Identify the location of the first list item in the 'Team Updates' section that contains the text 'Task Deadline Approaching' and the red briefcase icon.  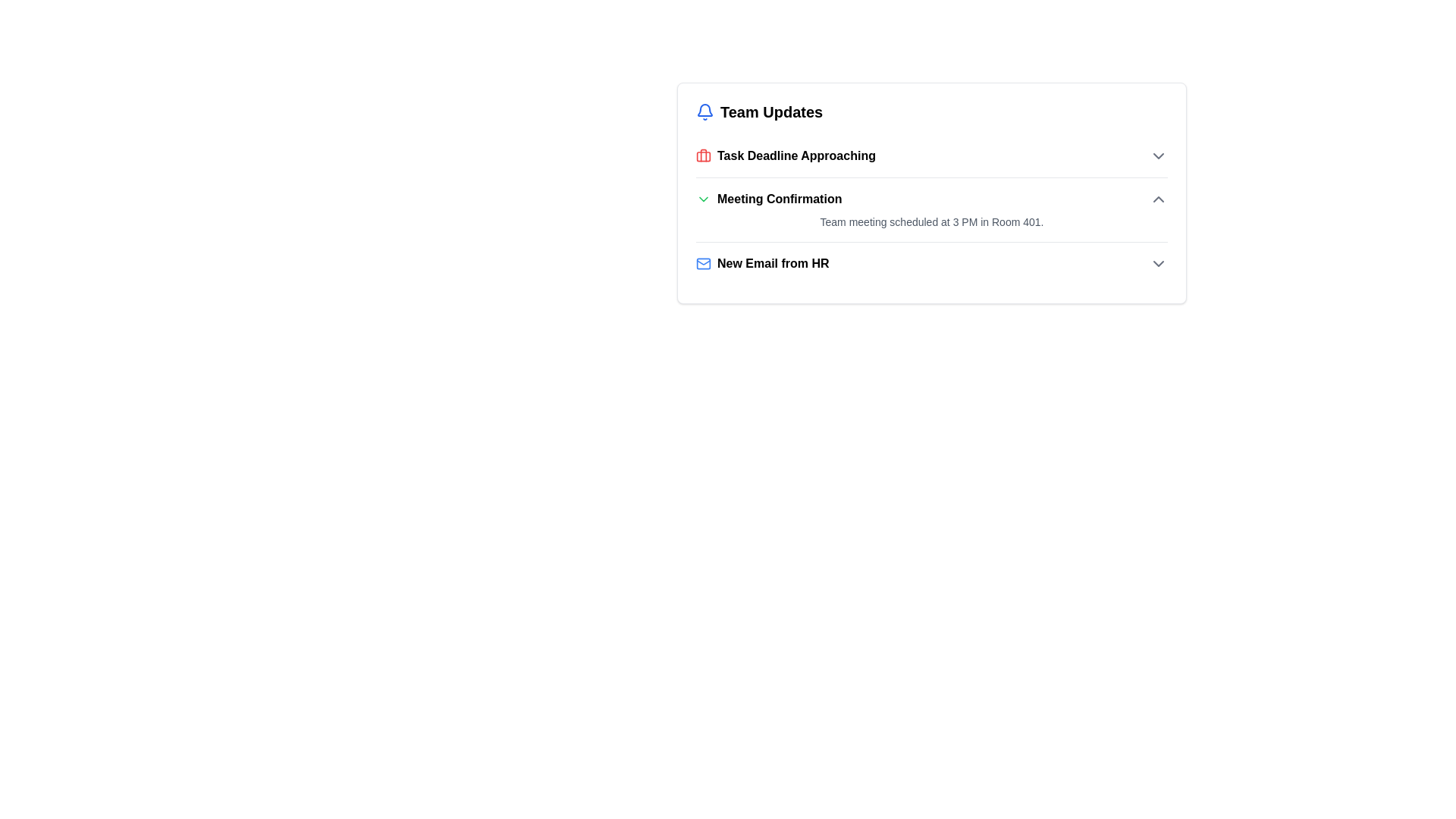
(930, 155).